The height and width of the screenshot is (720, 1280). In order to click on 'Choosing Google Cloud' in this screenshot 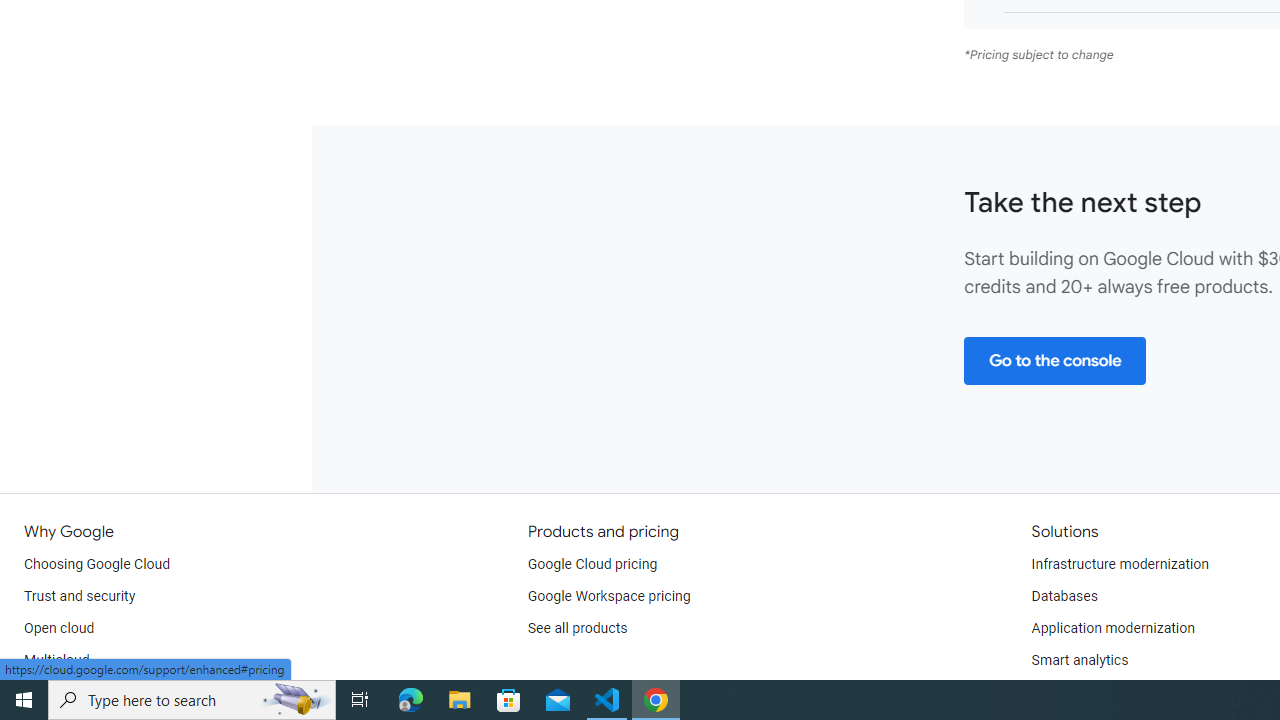, I will do `click(96, 564)`.